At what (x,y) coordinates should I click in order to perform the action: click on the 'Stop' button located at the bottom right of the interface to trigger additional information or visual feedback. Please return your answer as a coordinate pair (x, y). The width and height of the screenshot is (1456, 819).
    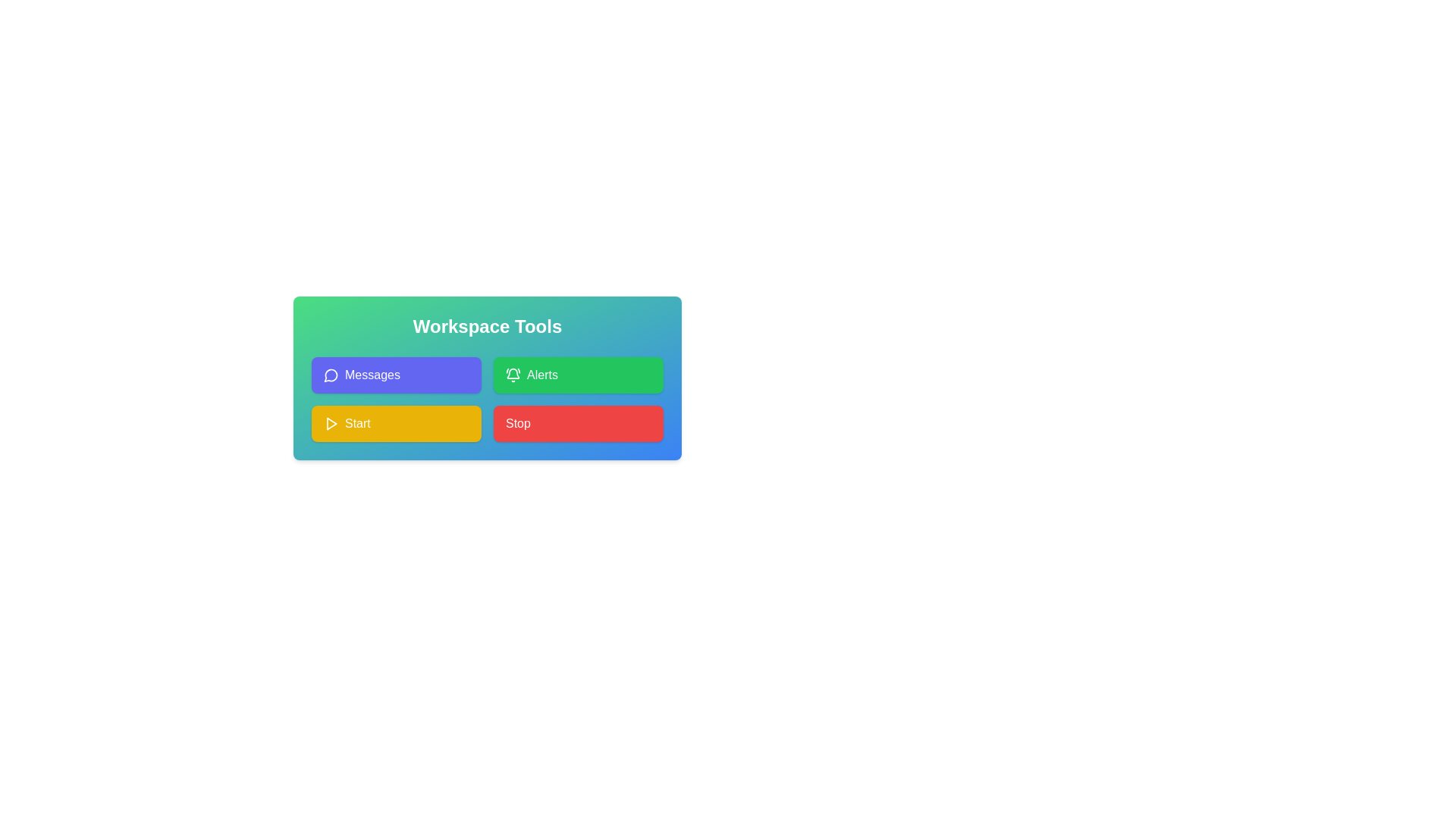
    Looking at the image, I should click on (518, 424).